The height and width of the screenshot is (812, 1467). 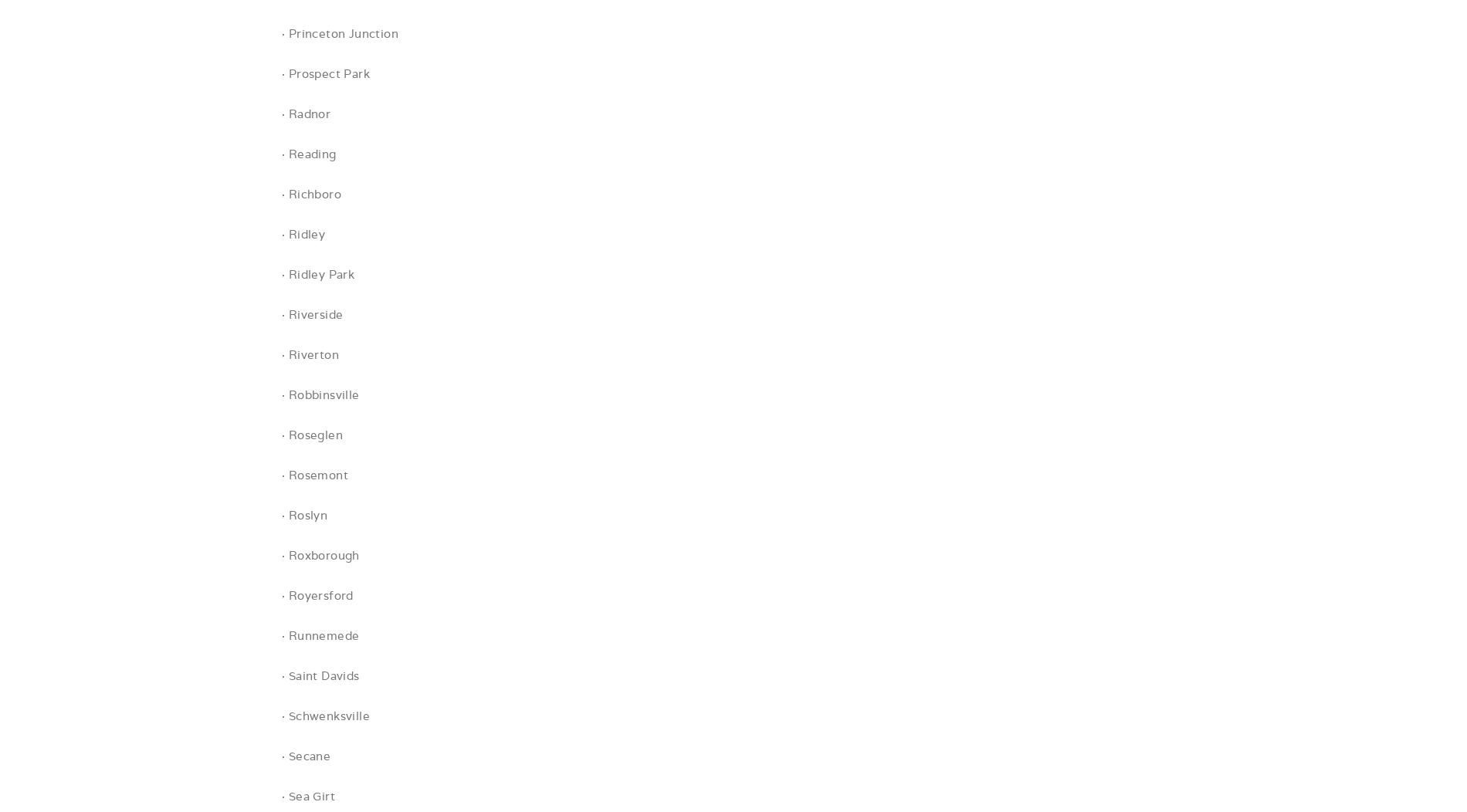 I want to click on '· Princeton Junction', so click(x=280, y=33).